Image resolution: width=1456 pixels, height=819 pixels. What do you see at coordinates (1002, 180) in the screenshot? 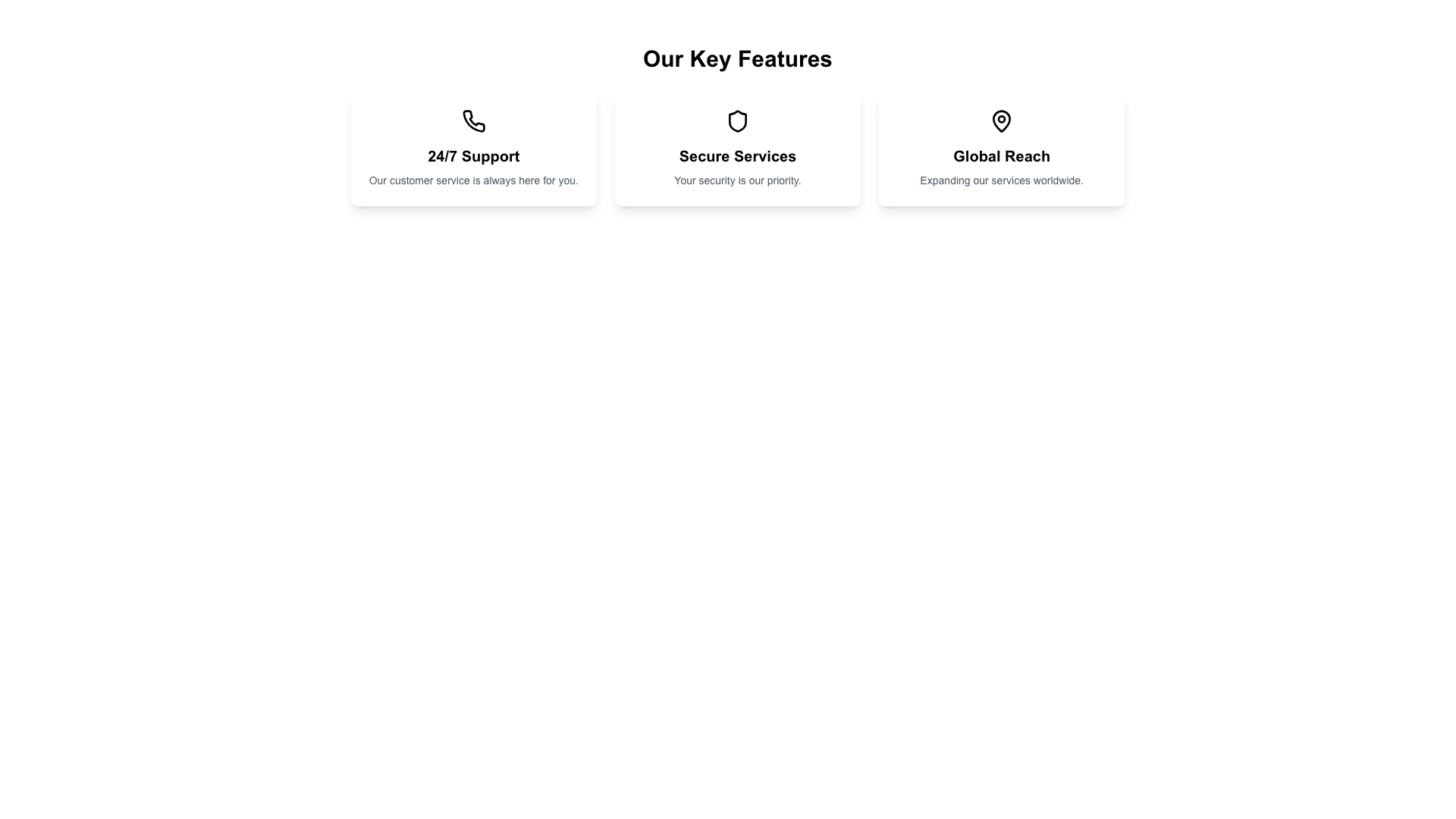
I see `the text label displaying 'Expanding our services worldwide.' which is centrally aligned below the 'Global Reach' heading and location pin icon` at bounding box center [1002, 180].